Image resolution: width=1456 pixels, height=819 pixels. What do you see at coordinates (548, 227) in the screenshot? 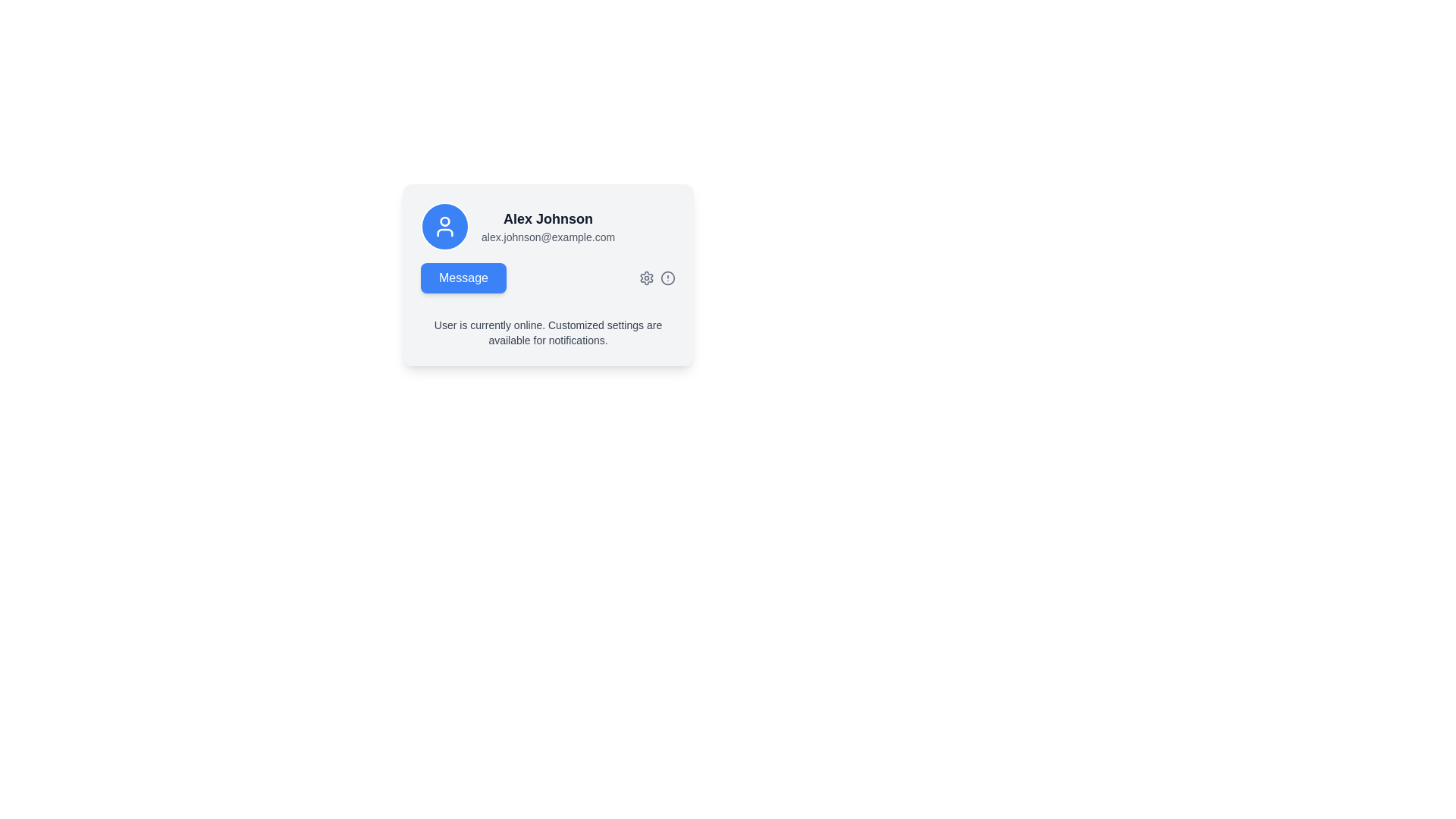
I see `the User Profile Information Display that shows the name 'Alex Johnson' and email 'alex.johnson@example.com', which features a circular avatar icon with a blue background` at bounding box center [548, 227].